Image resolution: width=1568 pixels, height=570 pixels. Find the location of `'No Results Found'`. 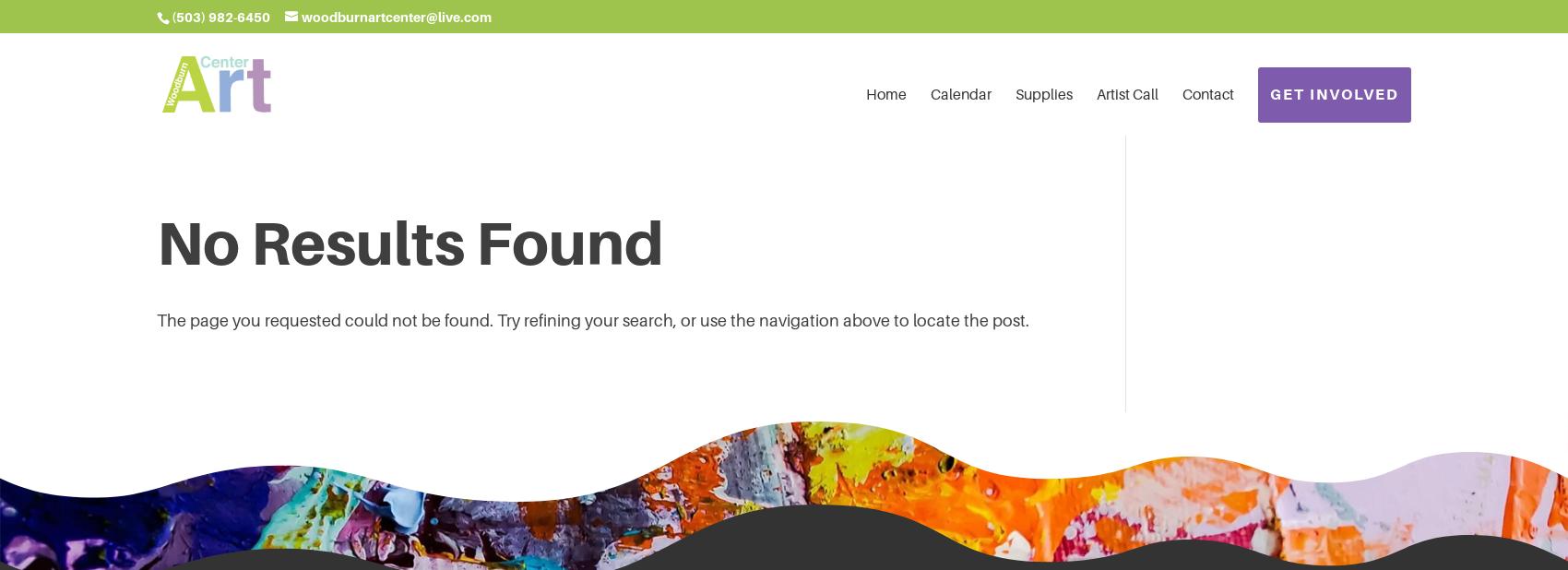

'No Results Found' is located at coordinates (410, 243).